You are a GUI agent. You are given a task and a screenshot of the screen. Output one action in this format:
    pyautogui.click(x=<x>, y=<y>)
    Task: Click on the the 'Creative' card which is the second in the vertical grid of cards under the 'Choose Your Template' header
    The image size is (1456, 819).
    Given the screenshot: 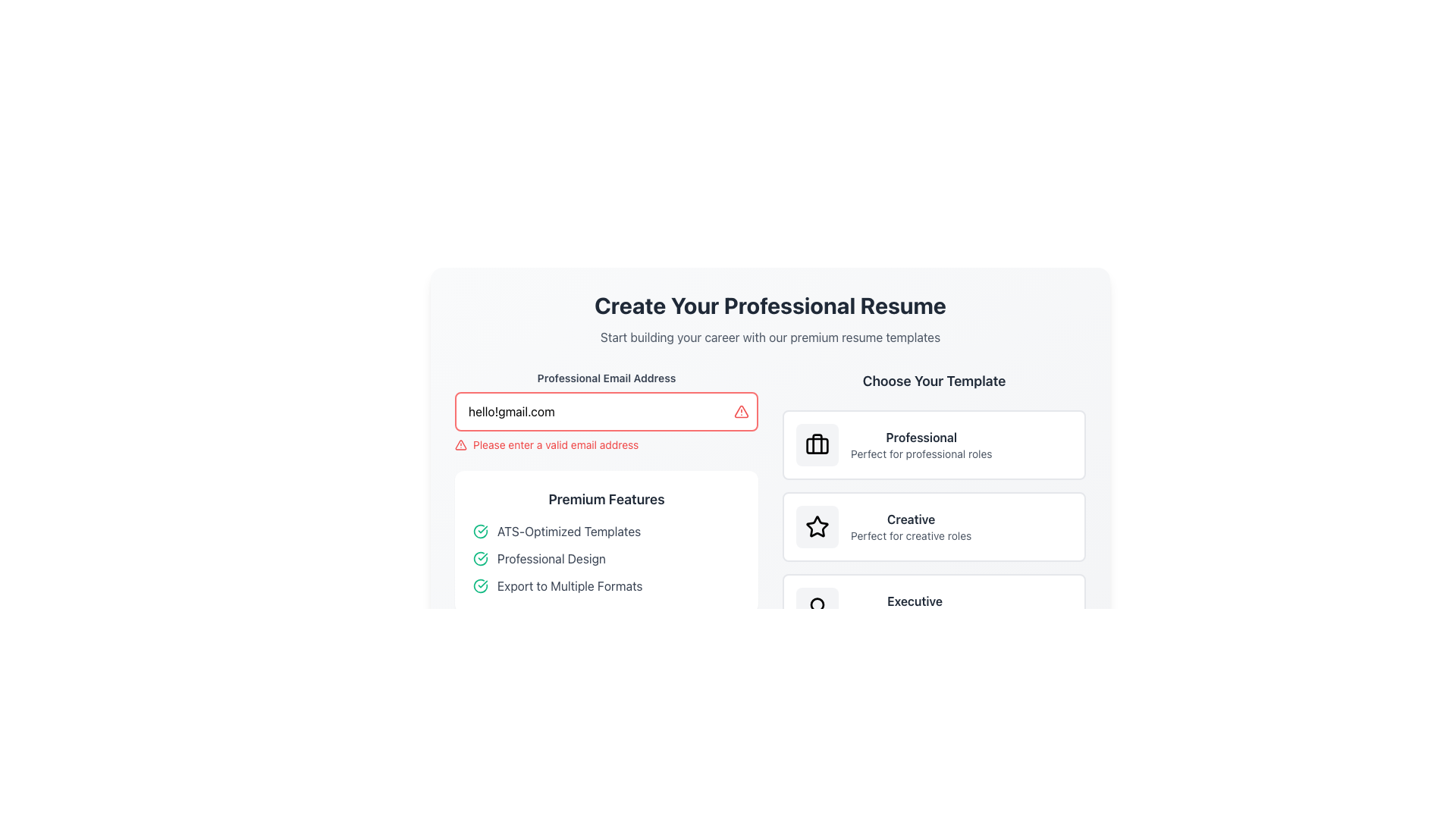 What is the action you would take?
    pyautogui.click(x=934, y=526)
    